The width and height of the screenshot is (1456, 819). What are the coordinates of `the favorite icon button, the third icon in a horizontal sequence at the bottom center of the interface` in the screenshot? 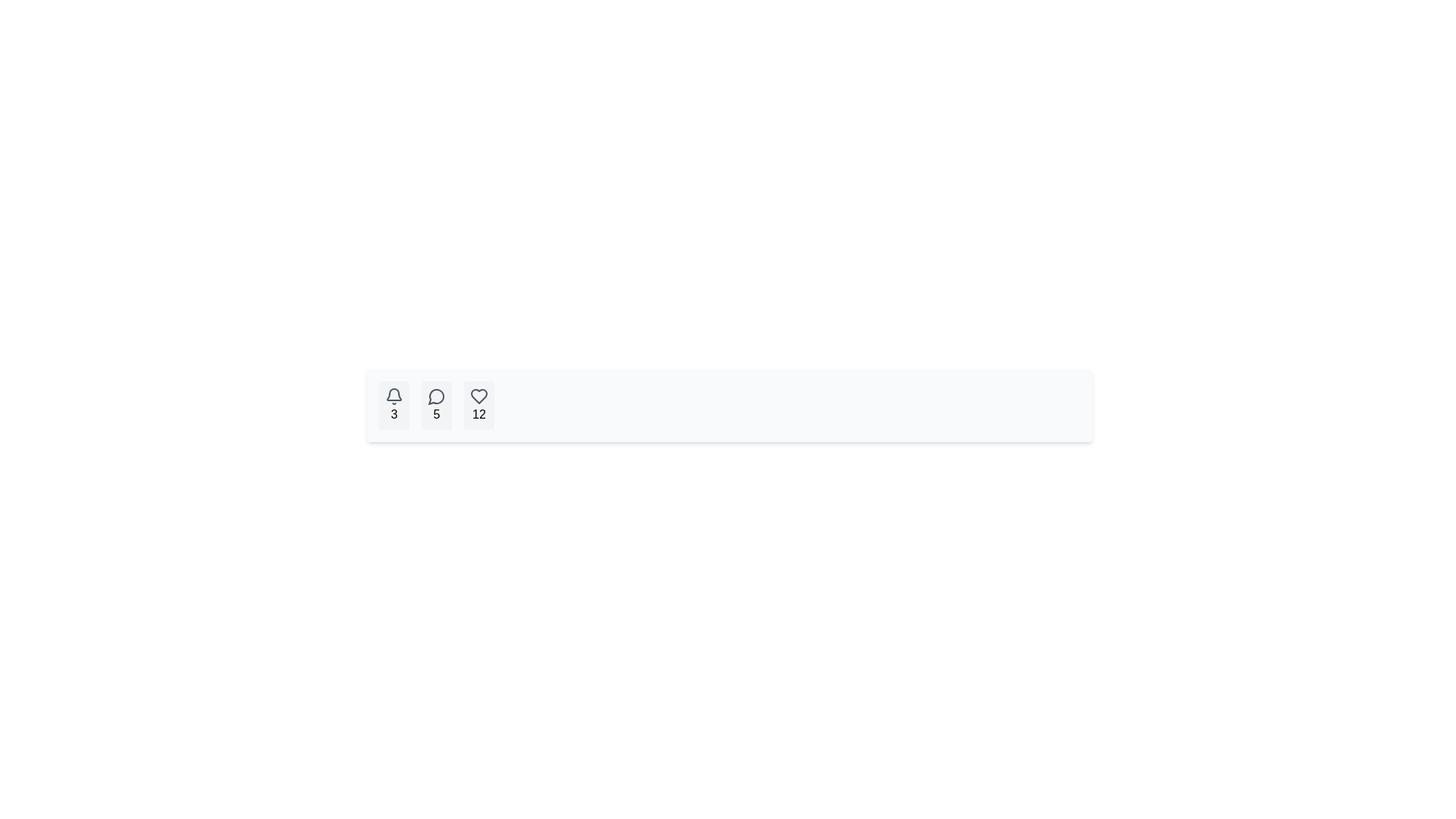 It's located at (479, 396).